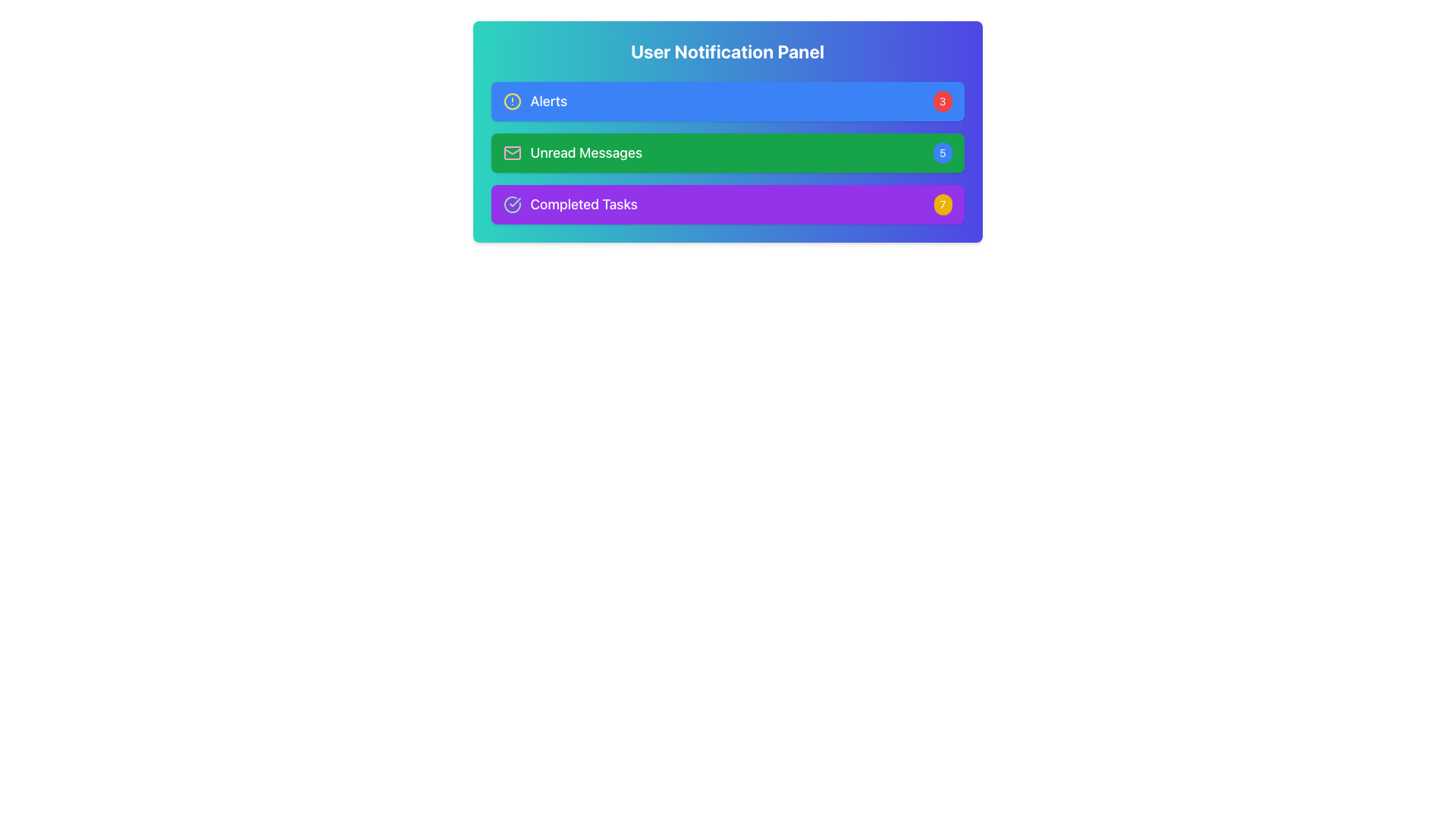 The width and height of the screenshot is (1456, 819). I want to click on the 'Alerts' text label located in the notification panel for navigation or further interaction, so click(548, 102).